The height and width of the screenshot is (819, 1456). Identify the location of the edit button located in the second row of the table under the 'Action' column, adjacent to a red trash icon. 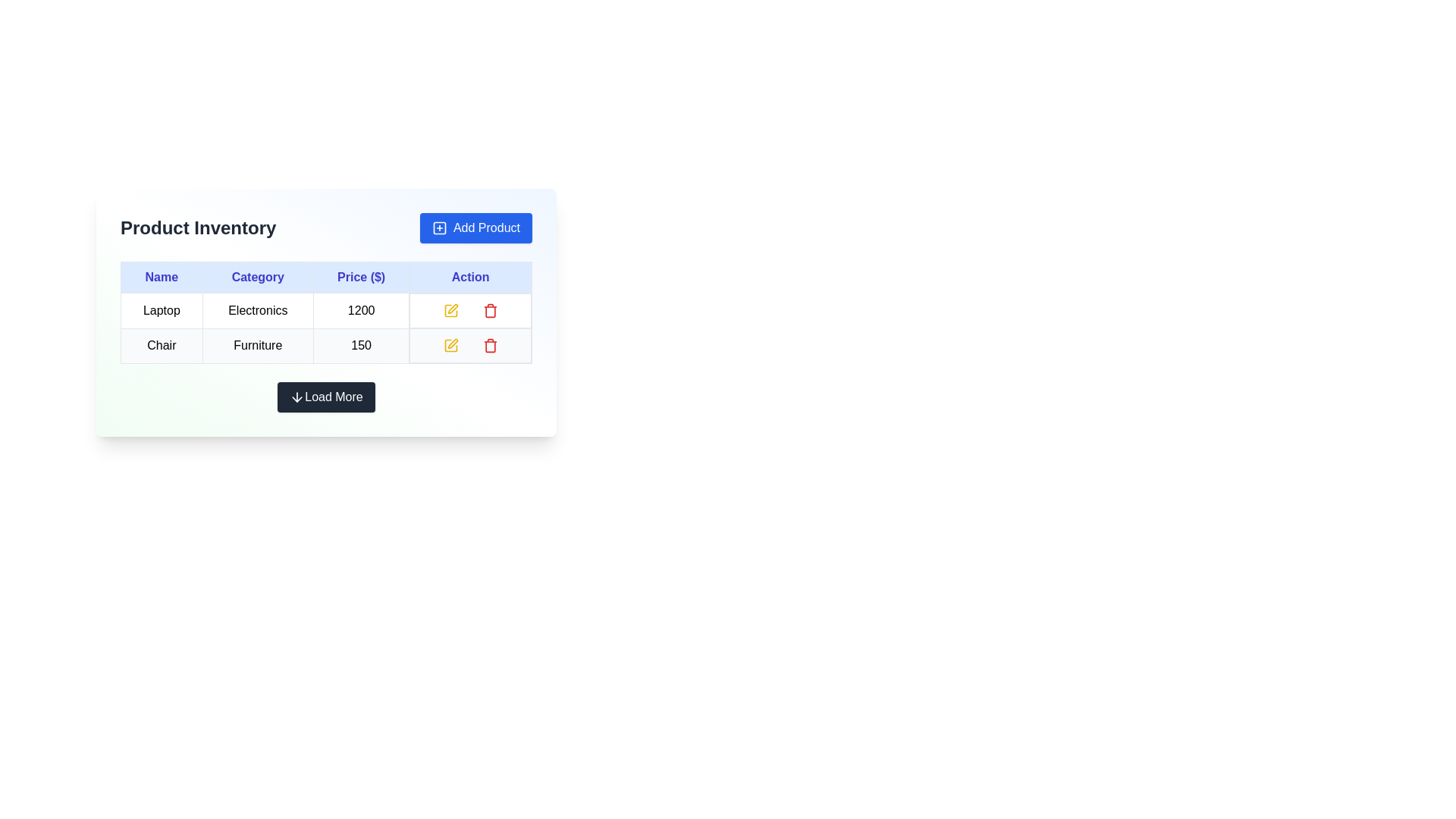
(450, 345).